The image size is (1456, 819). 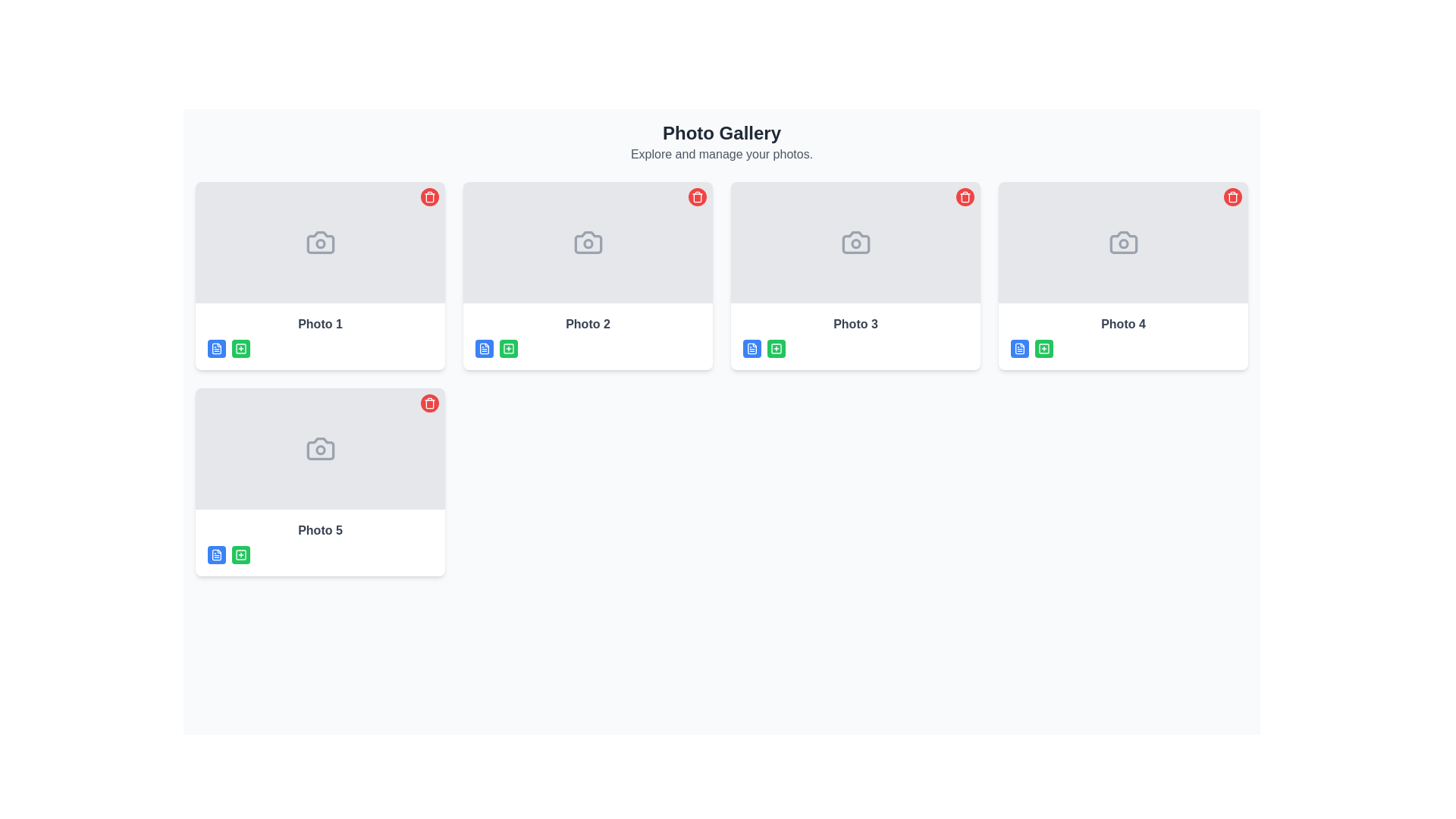 I want to click on the circular red button with a trash can icon located at the top-right corner of the card containing the 'Photo 2' label, so click(x=697, y=196).